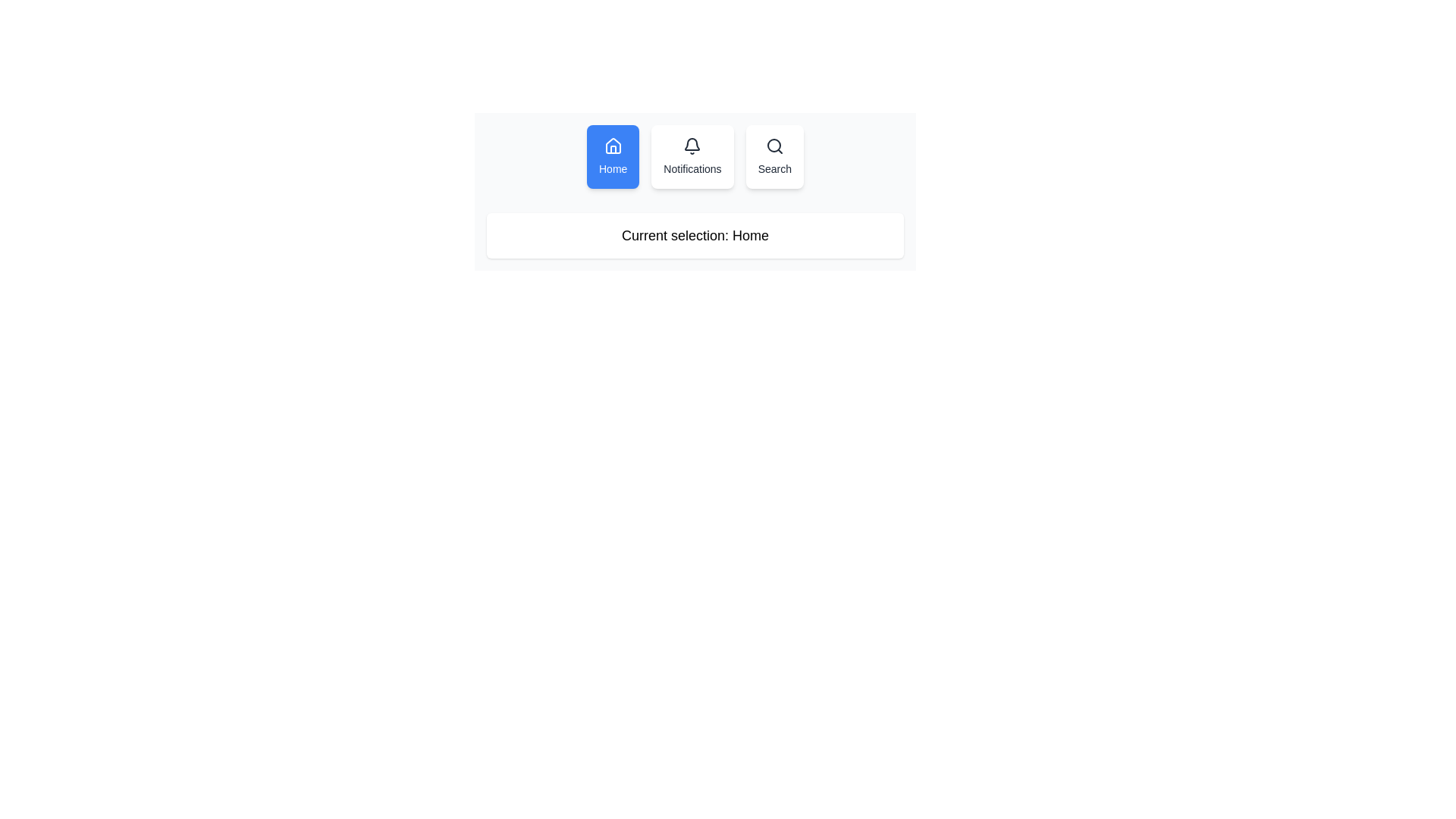  What do you see at coordinates (774, 157) in the screenshot?
I see `the search button, which is the last of three horizontally aligned buttons` at bounding box center [774, 157].